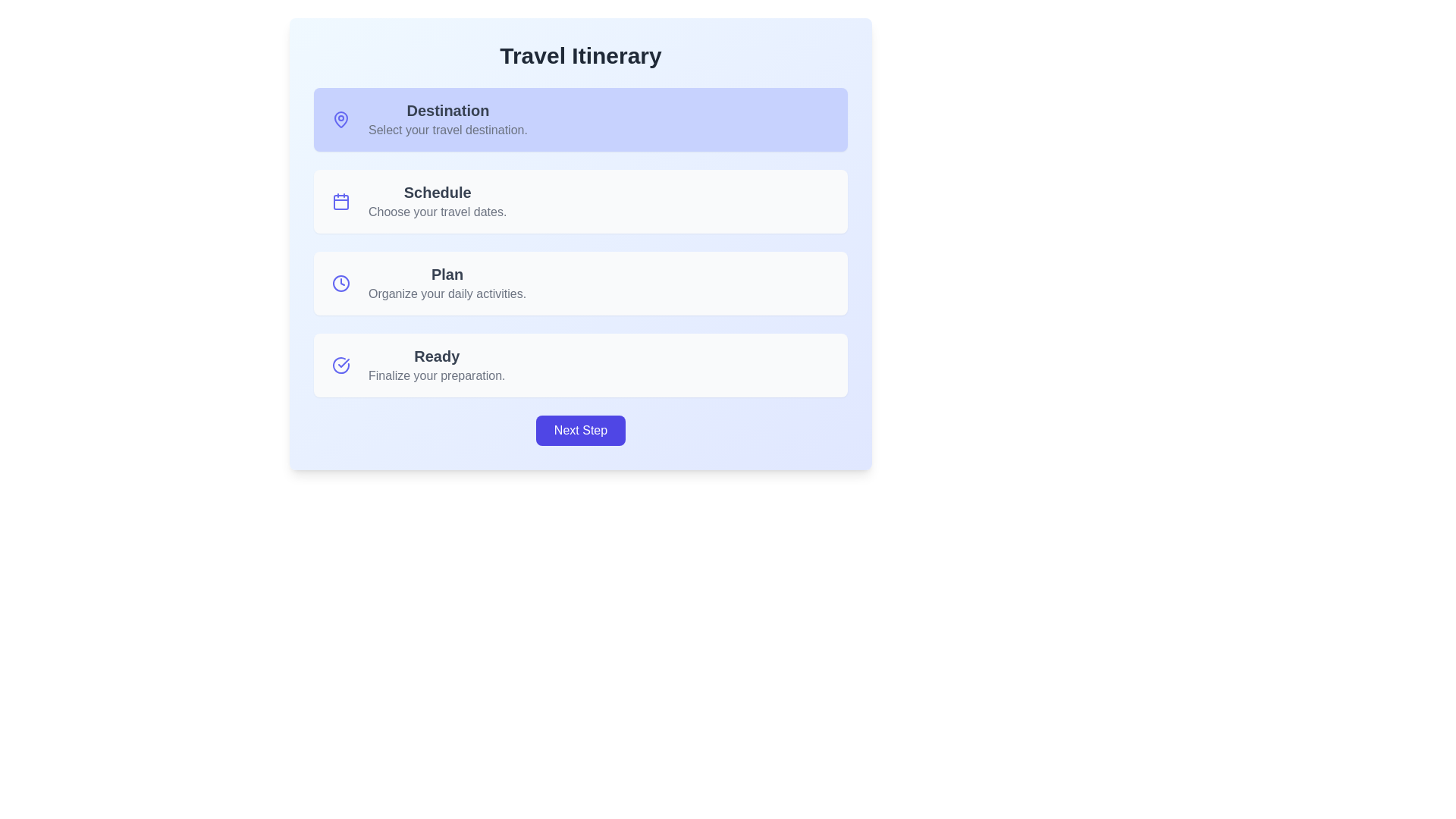  Describe the element at coordinates (340, 284) in the screenshot. I see `the planning or scheduling icon located in the second card from the top, positioned to the left of the 'Plan' text block` at that location.